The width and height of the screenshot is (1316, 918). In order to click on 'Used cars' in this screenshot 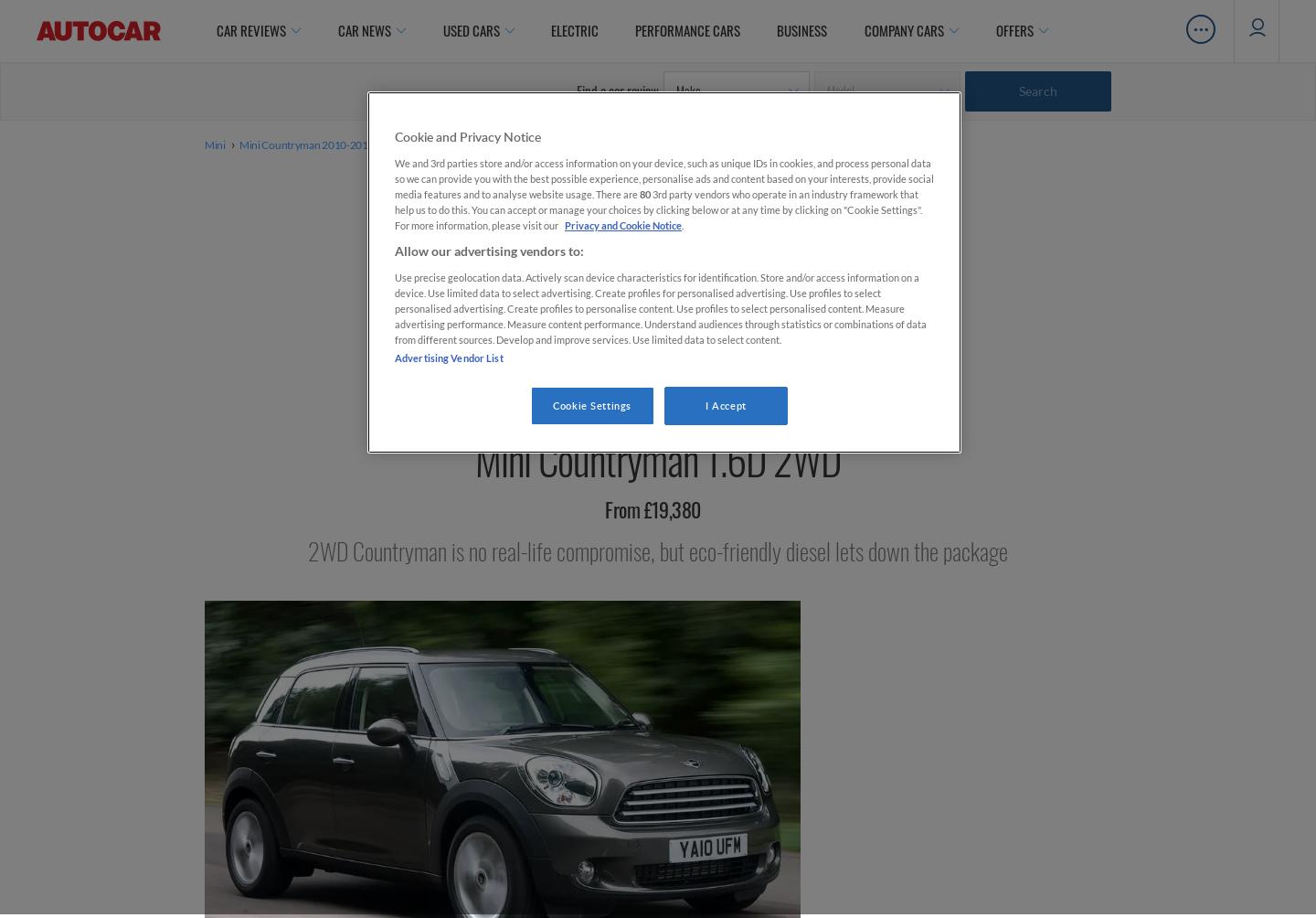, I will do `click(441, 30)`.